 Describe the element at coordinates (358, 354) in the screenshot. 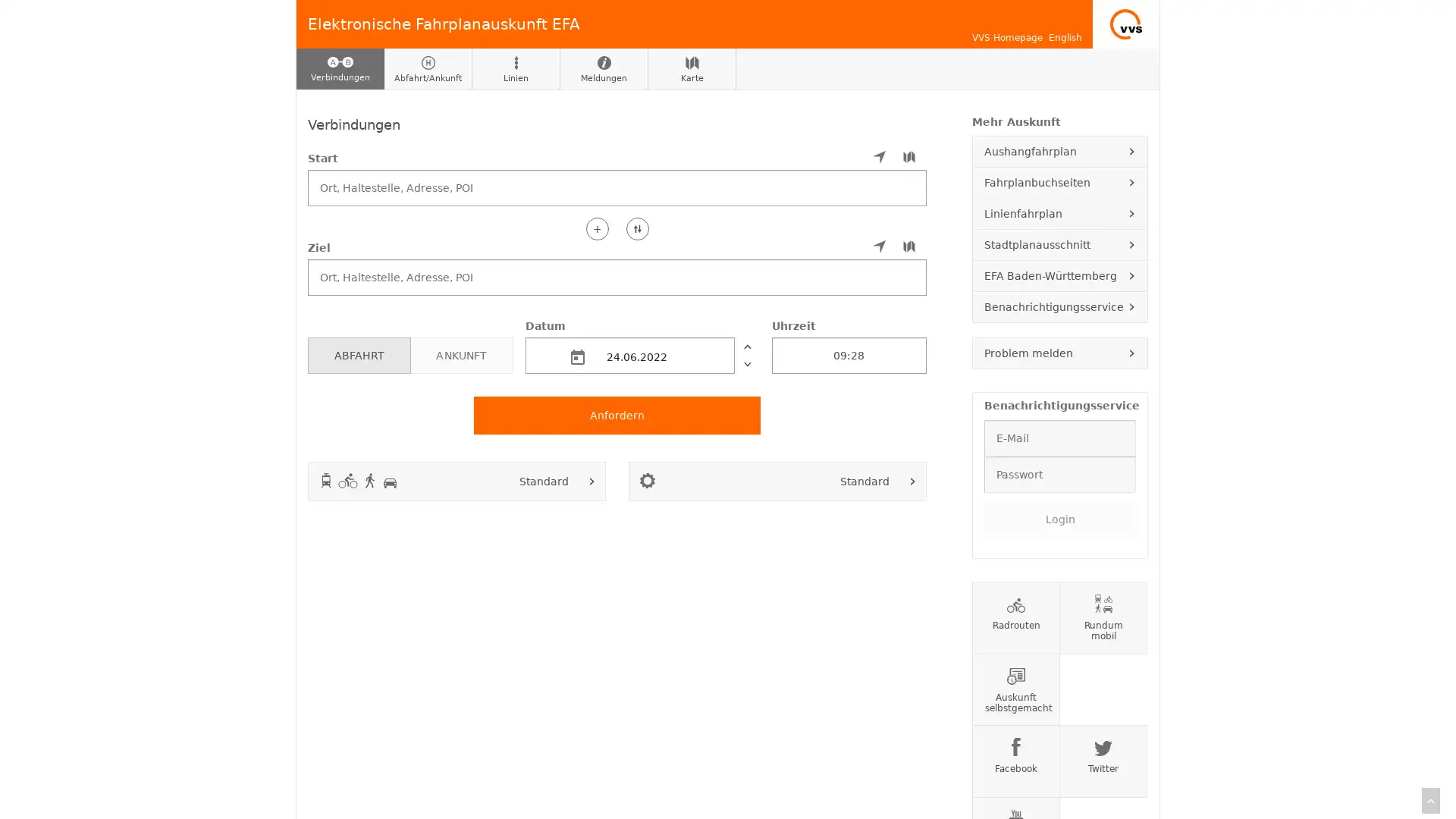

I see `ABFAHRT` at that location.